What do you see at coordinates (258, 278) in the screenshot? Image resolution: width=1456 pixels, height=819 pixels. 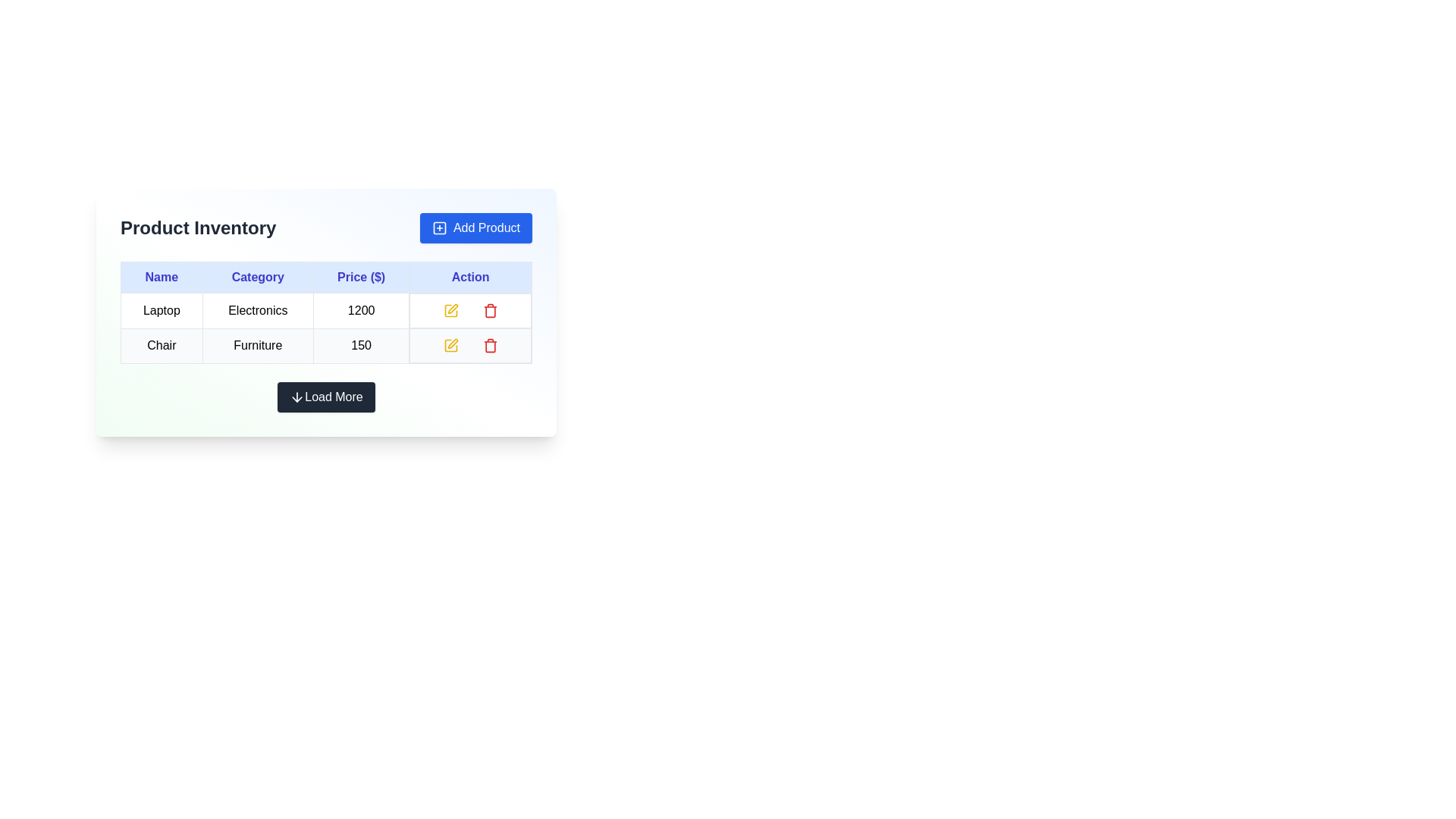 I see `the header label indicating the category of products in the table, located between the 'Name' and 'Price ($)' labels` at bounding box center [258, 278].